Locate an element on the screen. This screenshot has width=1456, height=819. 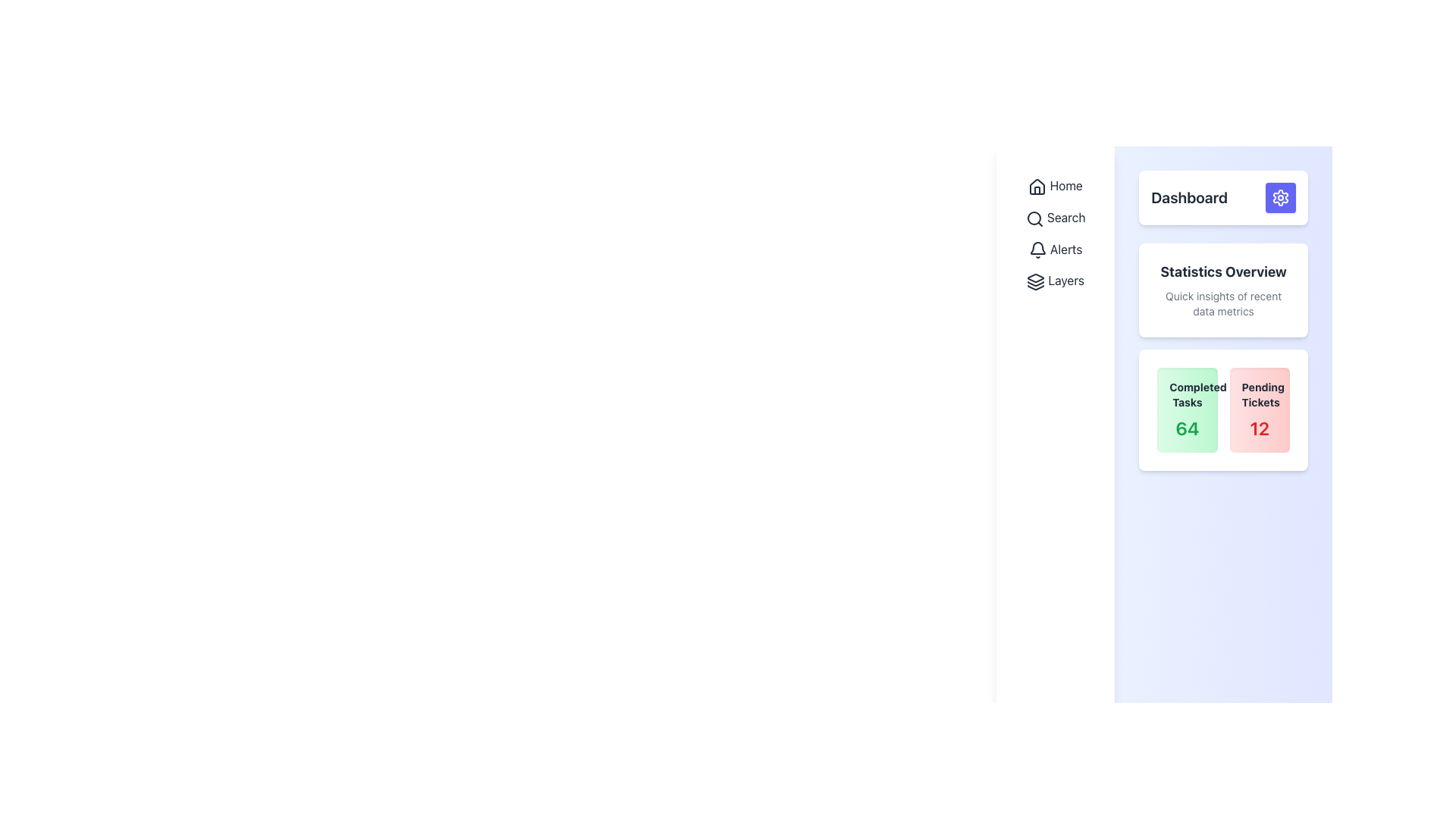
the 'Layers' button is located at coordinates (1055, 281).